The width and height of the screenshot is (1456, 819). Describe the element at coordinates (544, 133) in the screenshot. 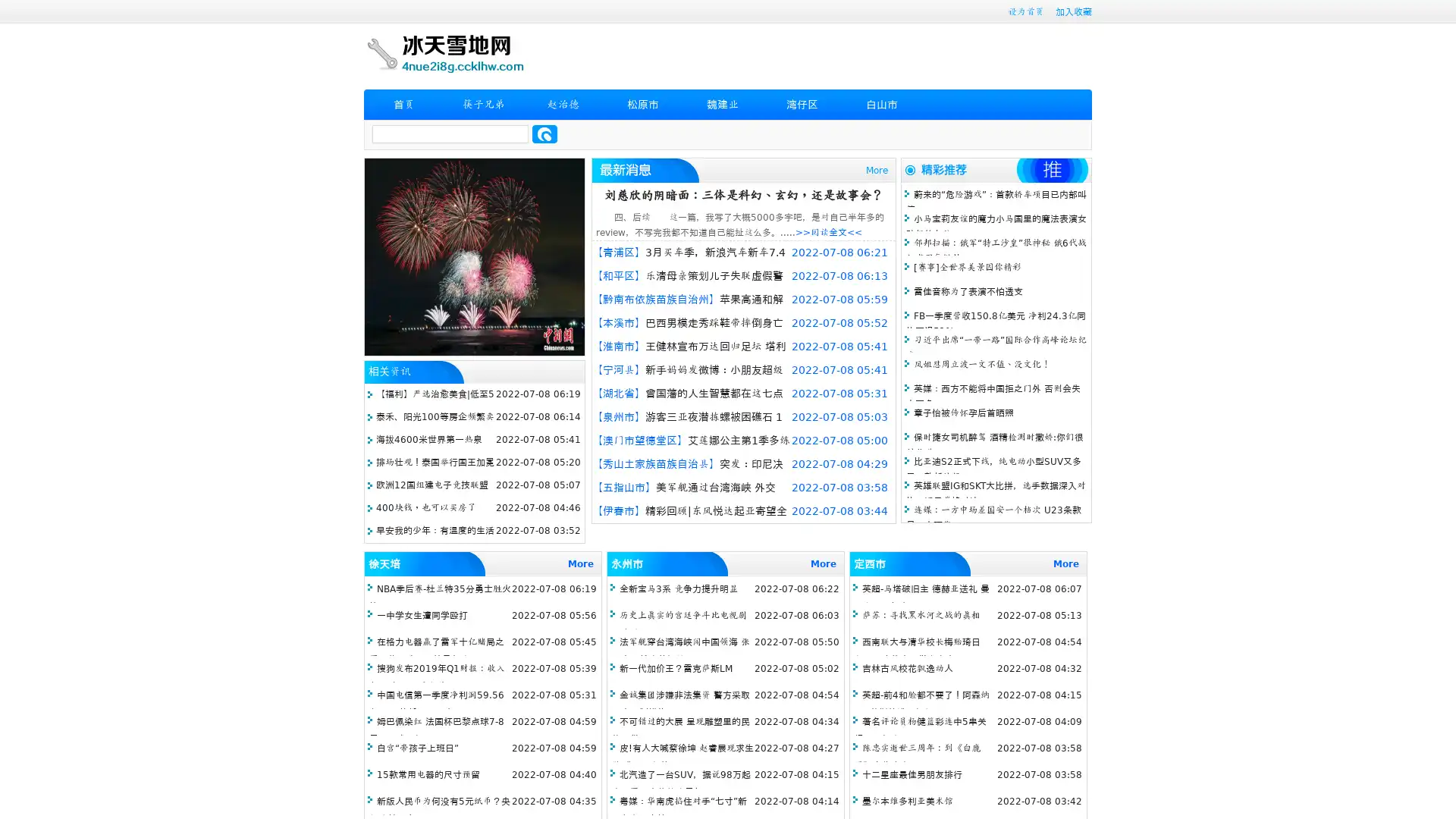

I see `Search` at that location.